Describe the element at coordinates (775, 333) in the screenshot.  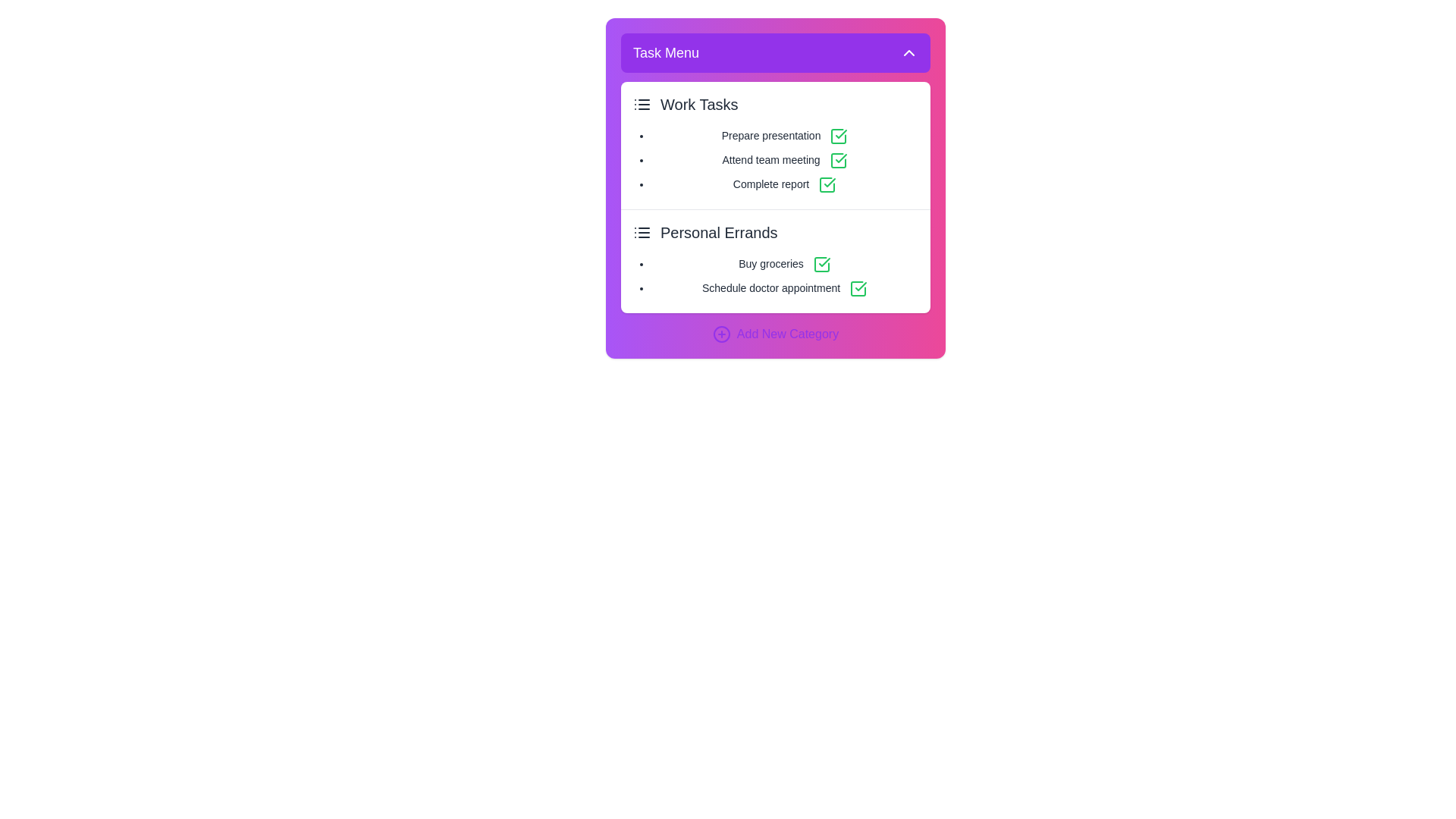
I see `'Add New Category' button` at that location.